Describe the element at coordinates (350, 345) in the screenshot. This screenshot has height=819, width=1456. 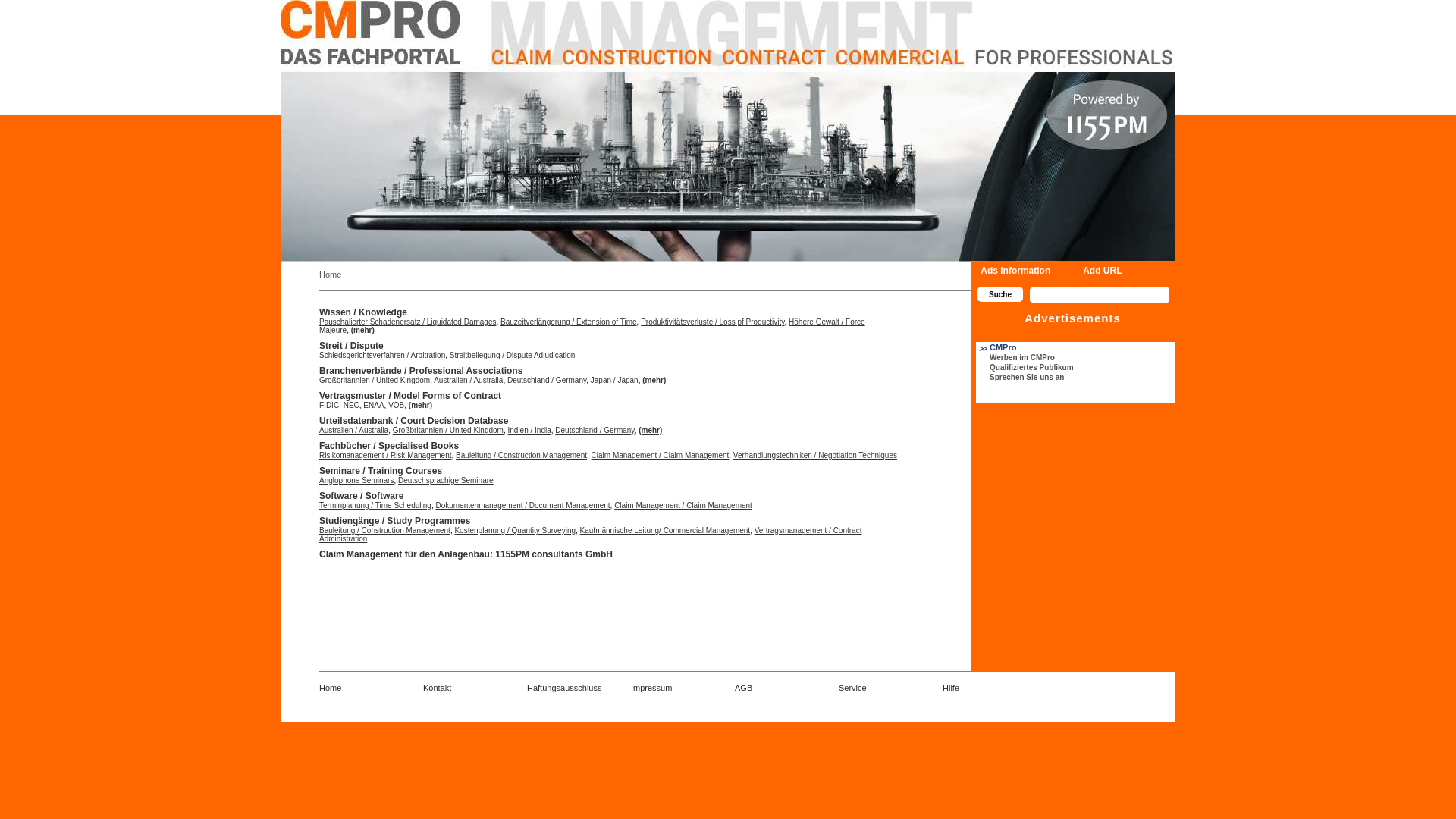
I see `'Streit / Dispute'` at that location.